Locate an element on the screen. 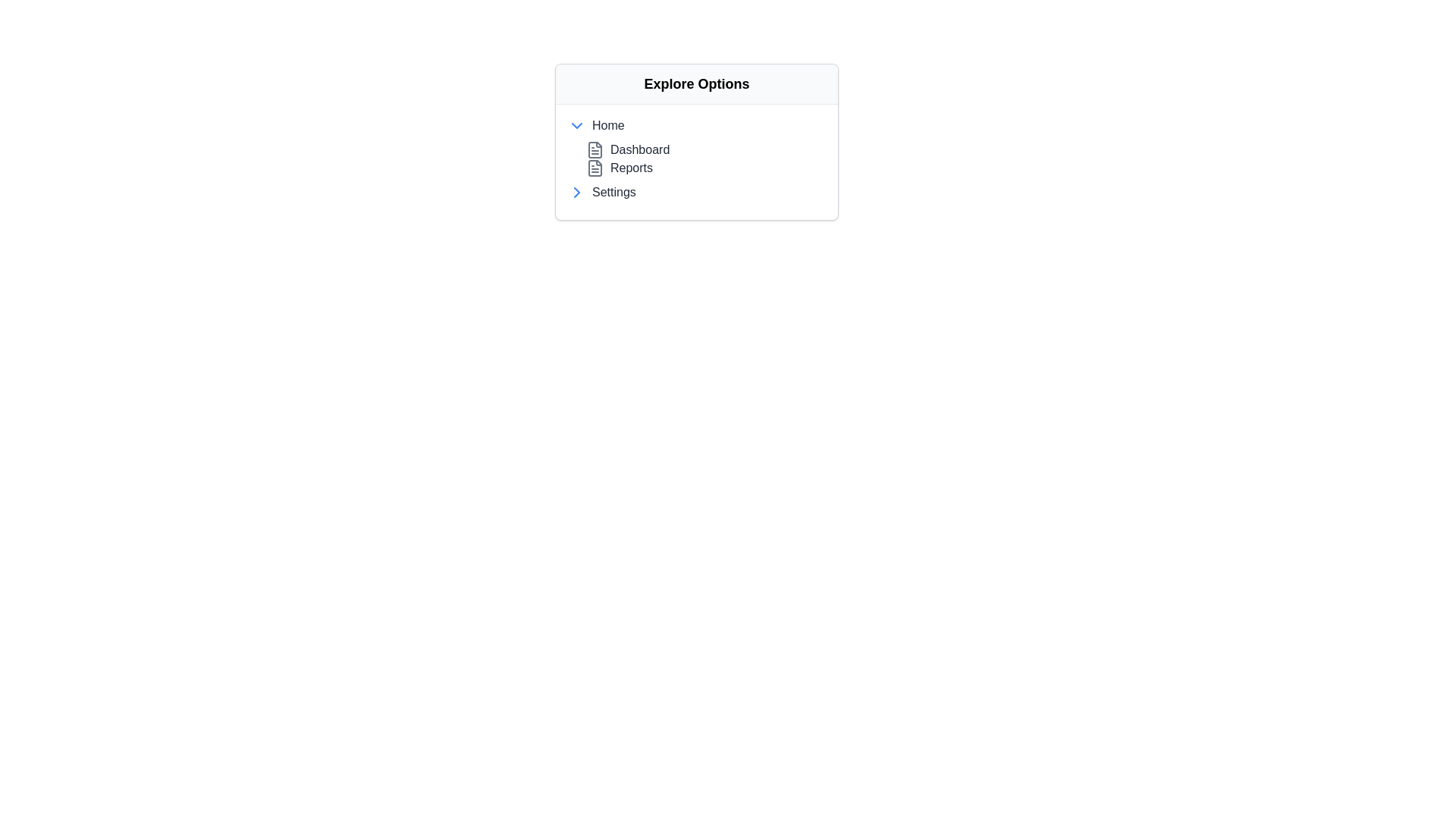  the document icon is located at coordinates (595, 168).